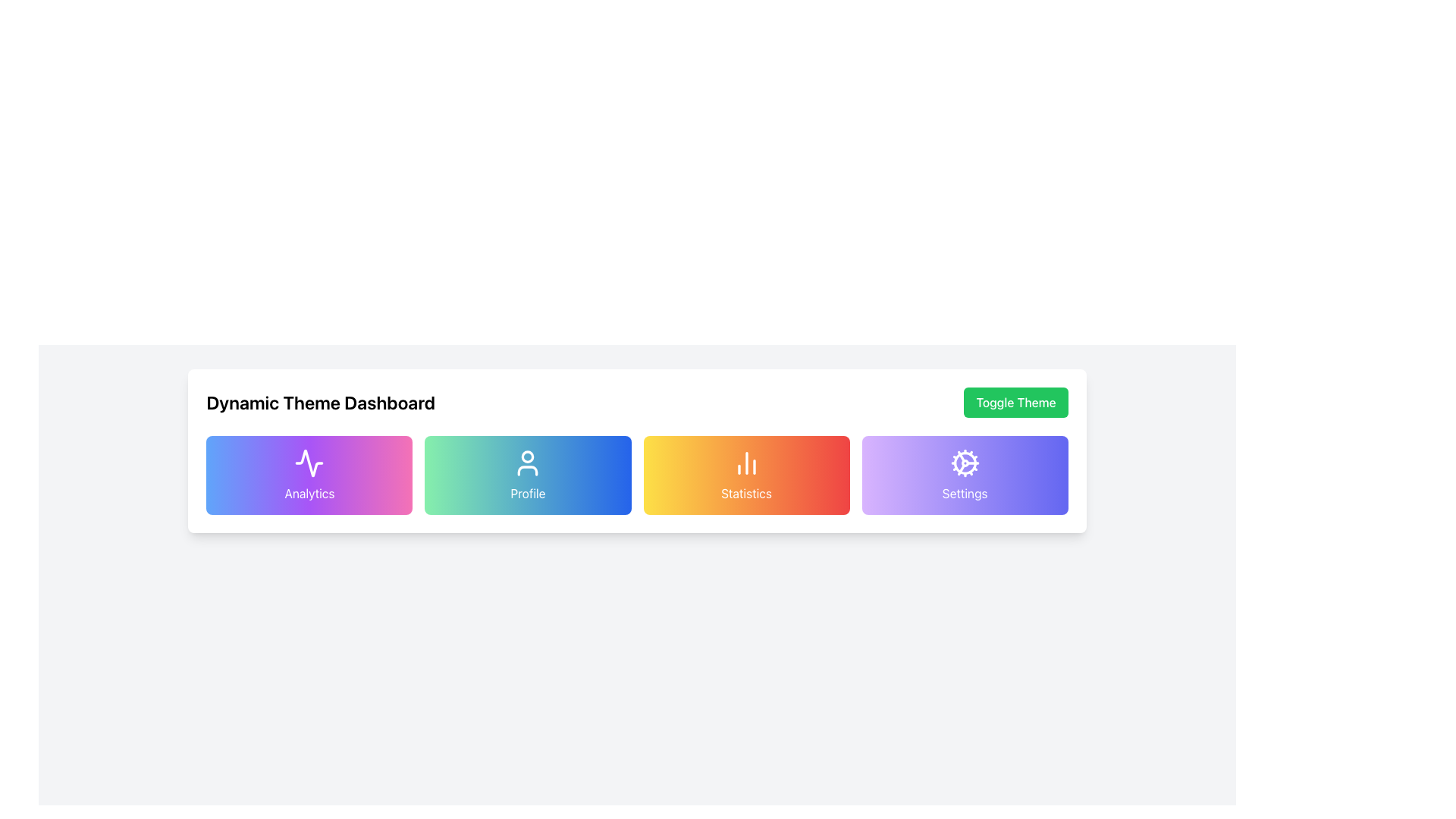  I want to click on the position of the circular subcomponent of the 'Profile' icon located at the top section of the dashboard interface, so click(528, 456).